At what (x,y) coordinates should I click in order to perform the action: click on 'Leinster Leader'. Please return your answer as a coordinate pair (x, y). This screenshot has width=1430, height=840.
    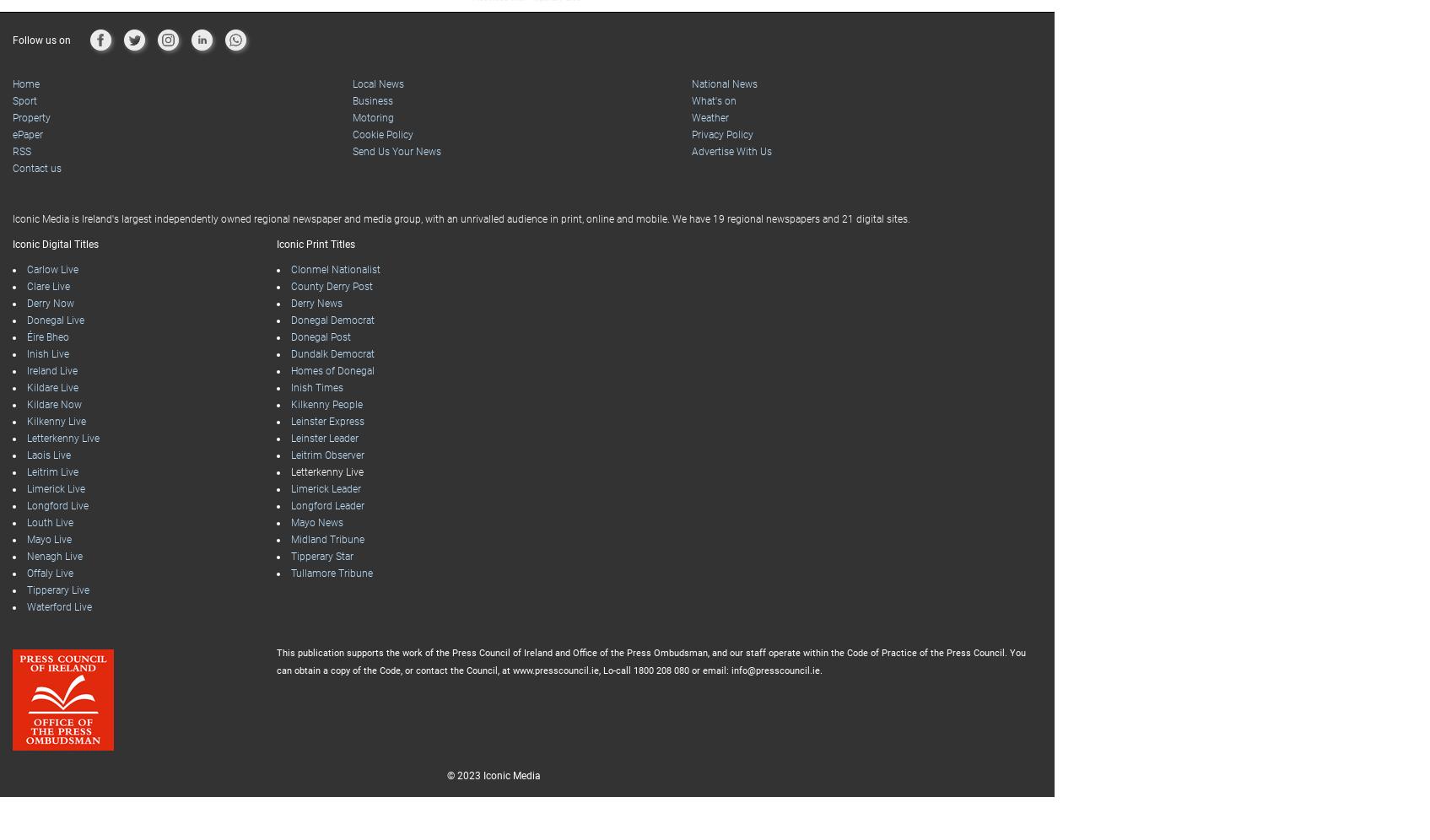
    Looking at the image, I should click on (322, 439).